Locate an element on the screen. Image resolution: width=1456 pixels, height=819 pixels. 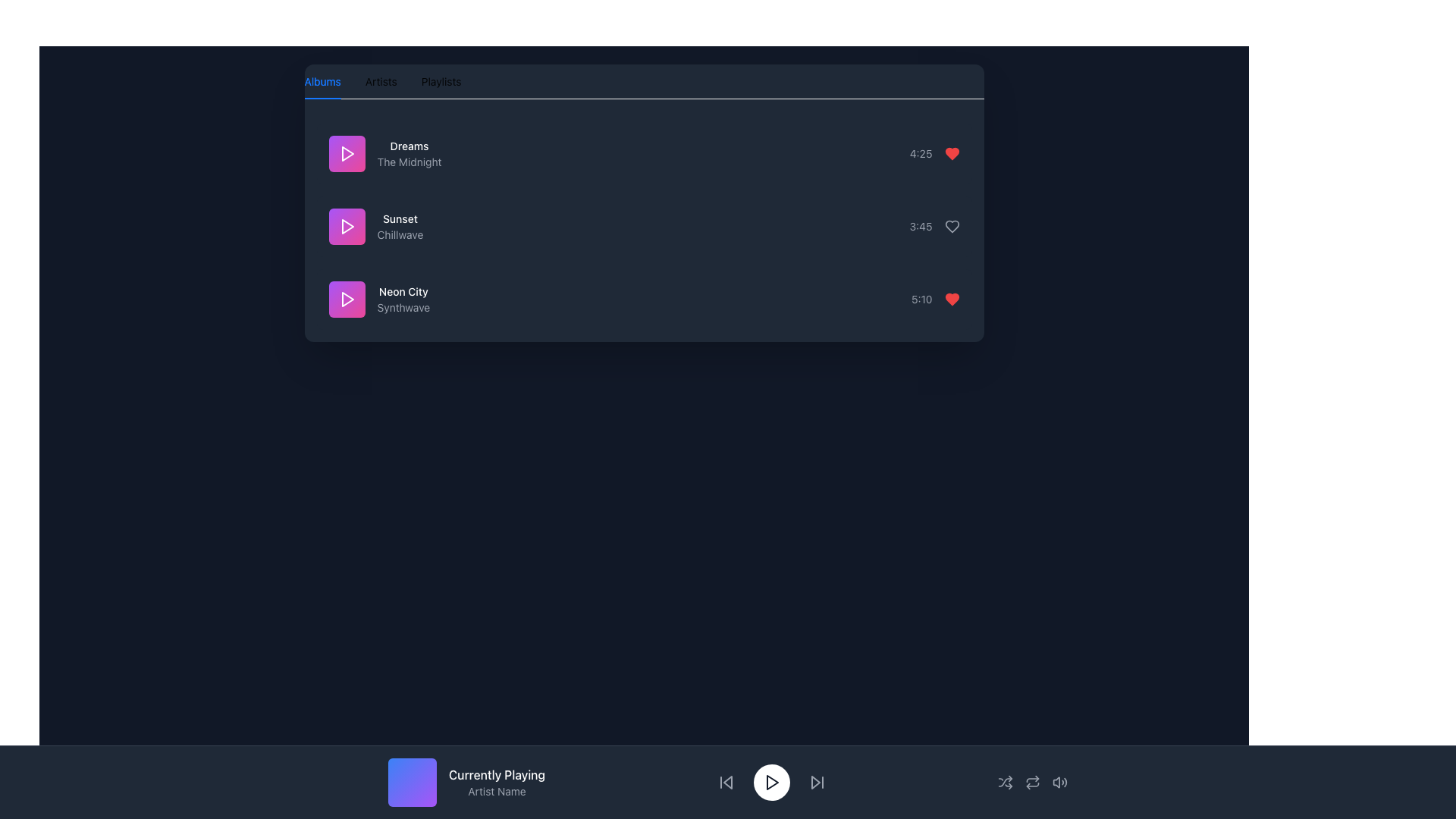
the second item in the playlist, which has a gradient play button and displays the text 'Sunset' in white and 'Chillwave' in gray is located at coordinates (375, 227).